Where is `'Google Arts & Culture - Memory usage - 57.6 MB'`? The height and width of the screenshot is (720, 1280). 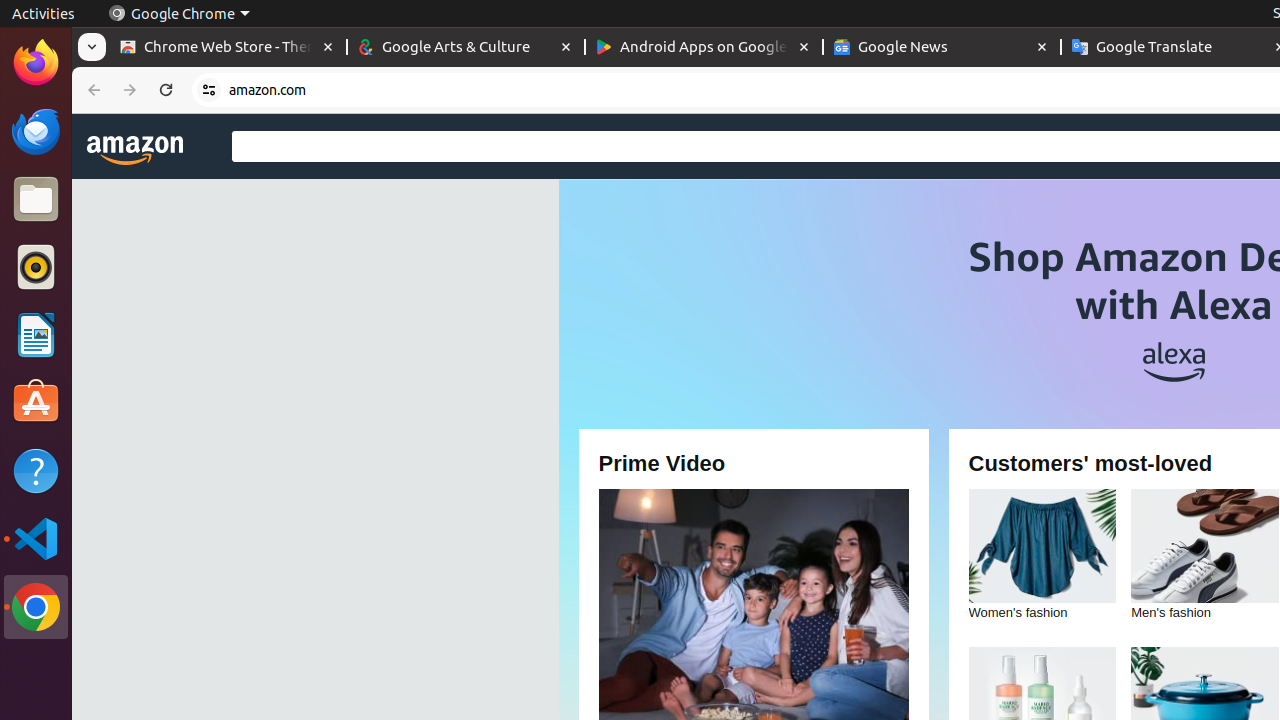 'Google Arts & Culture - Memory usage - 57.6 MB' is located at coordinates (465, 46).